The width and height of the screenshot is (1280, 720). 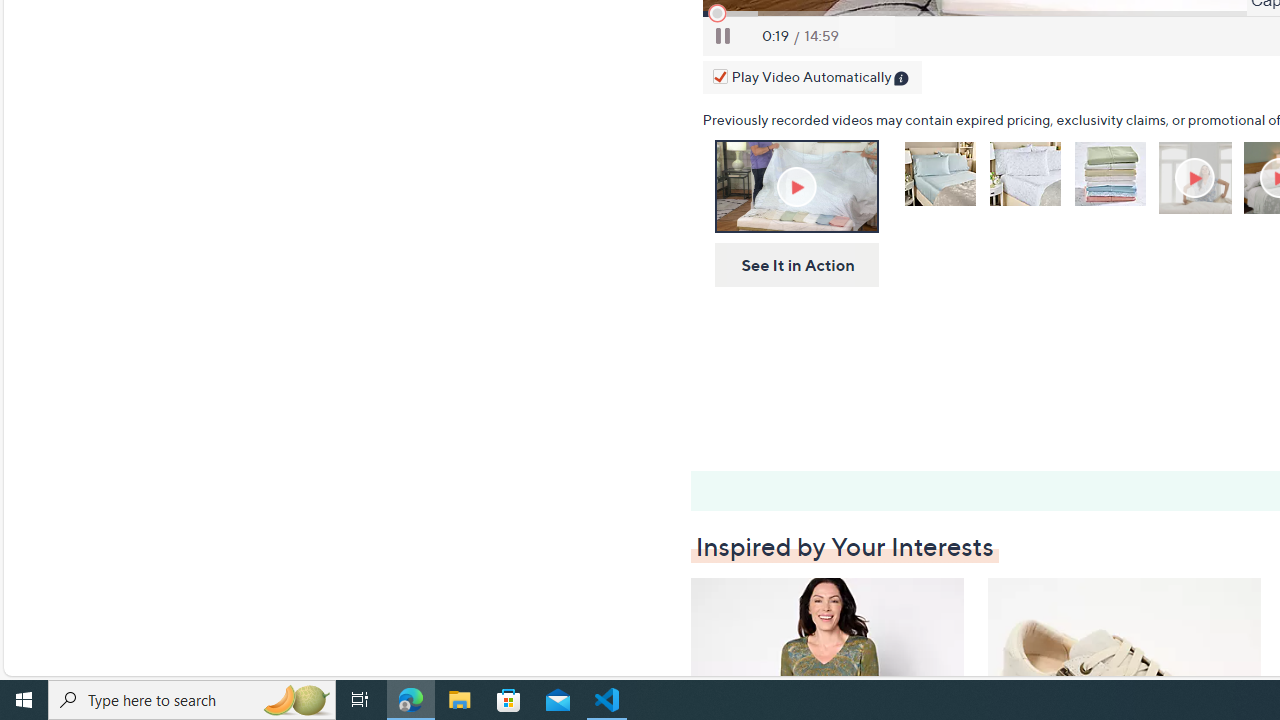 I want to click on 'Pause', so click(x=722, y=36).